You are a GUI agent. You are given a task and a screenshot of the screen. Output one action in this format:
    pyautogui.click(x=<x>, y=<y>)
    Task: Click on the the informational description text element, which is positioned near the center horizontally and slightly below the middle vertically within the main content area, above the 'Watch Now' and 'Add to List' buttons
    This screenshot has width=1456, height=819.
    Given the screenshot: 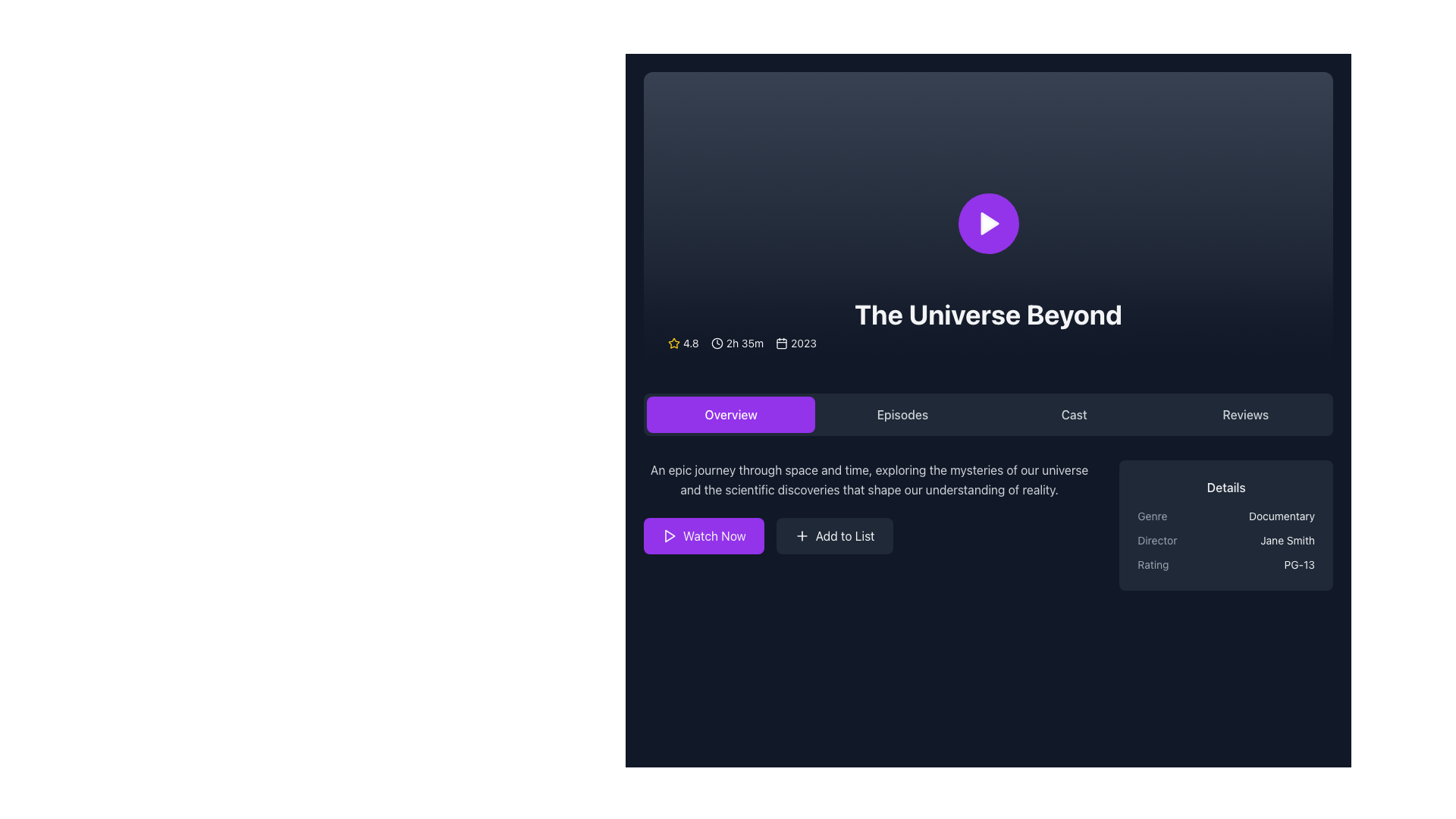 What is the action you would take?
    pyautogui.click(x=869, y=479)
    